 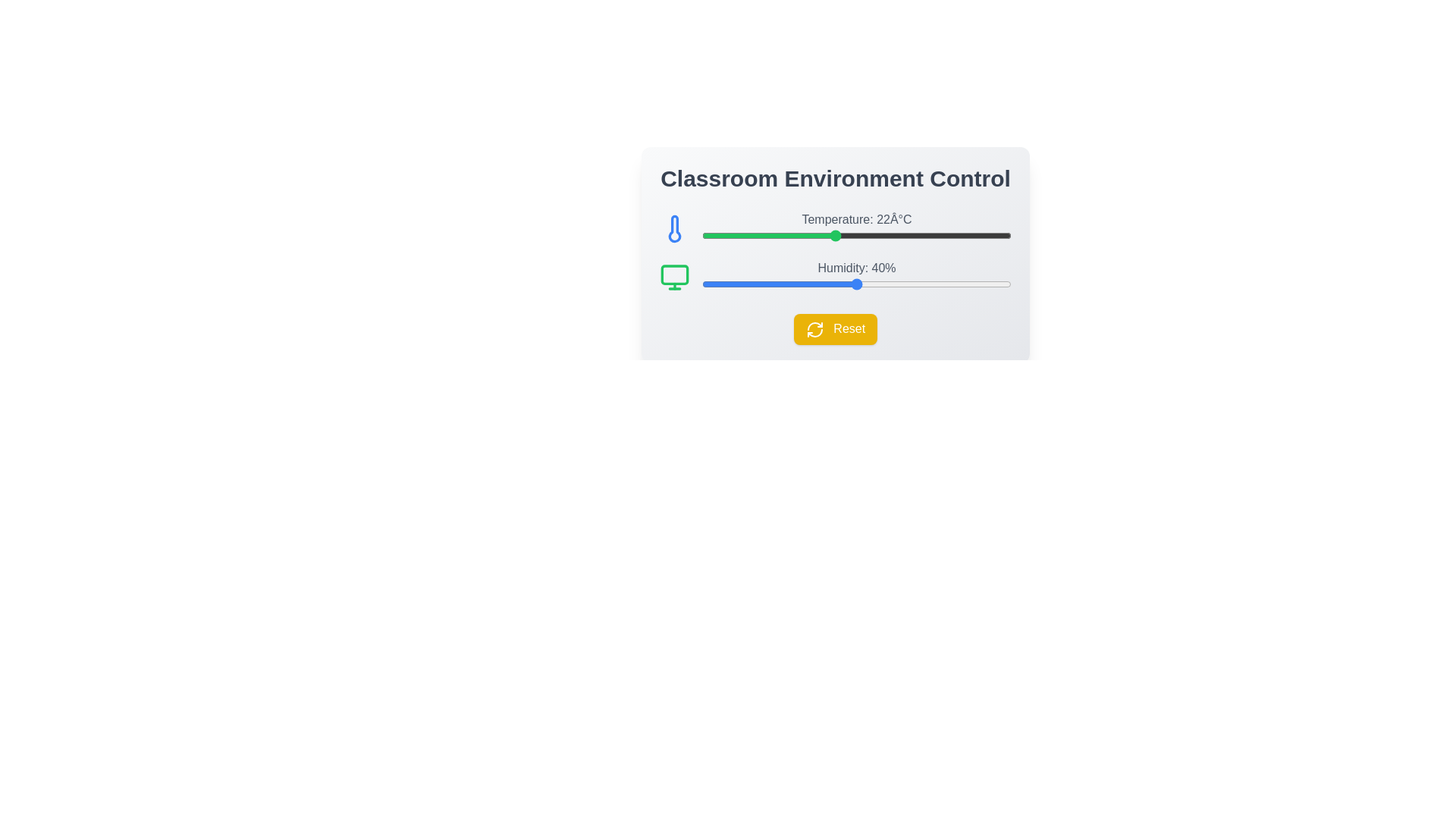 What do you see at coordinates (856, 284) in the screenshot?
I see `the humidity slider to set it to 40%` at bounding box center [856, 284].